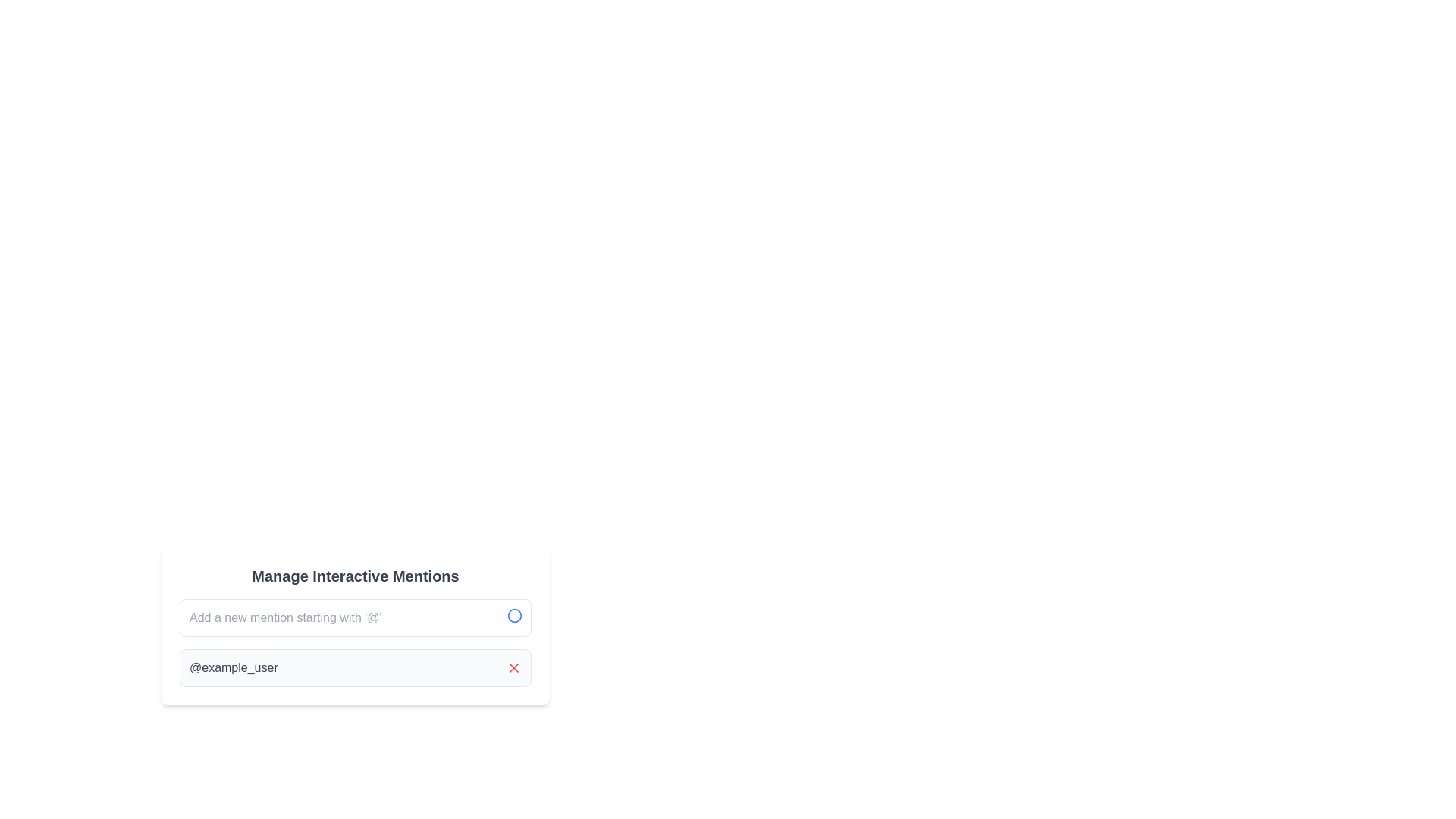  I want to click on the close icon part of the SVG graphics located near the right side of the user mention input field '@example_user', so click(513, 667).